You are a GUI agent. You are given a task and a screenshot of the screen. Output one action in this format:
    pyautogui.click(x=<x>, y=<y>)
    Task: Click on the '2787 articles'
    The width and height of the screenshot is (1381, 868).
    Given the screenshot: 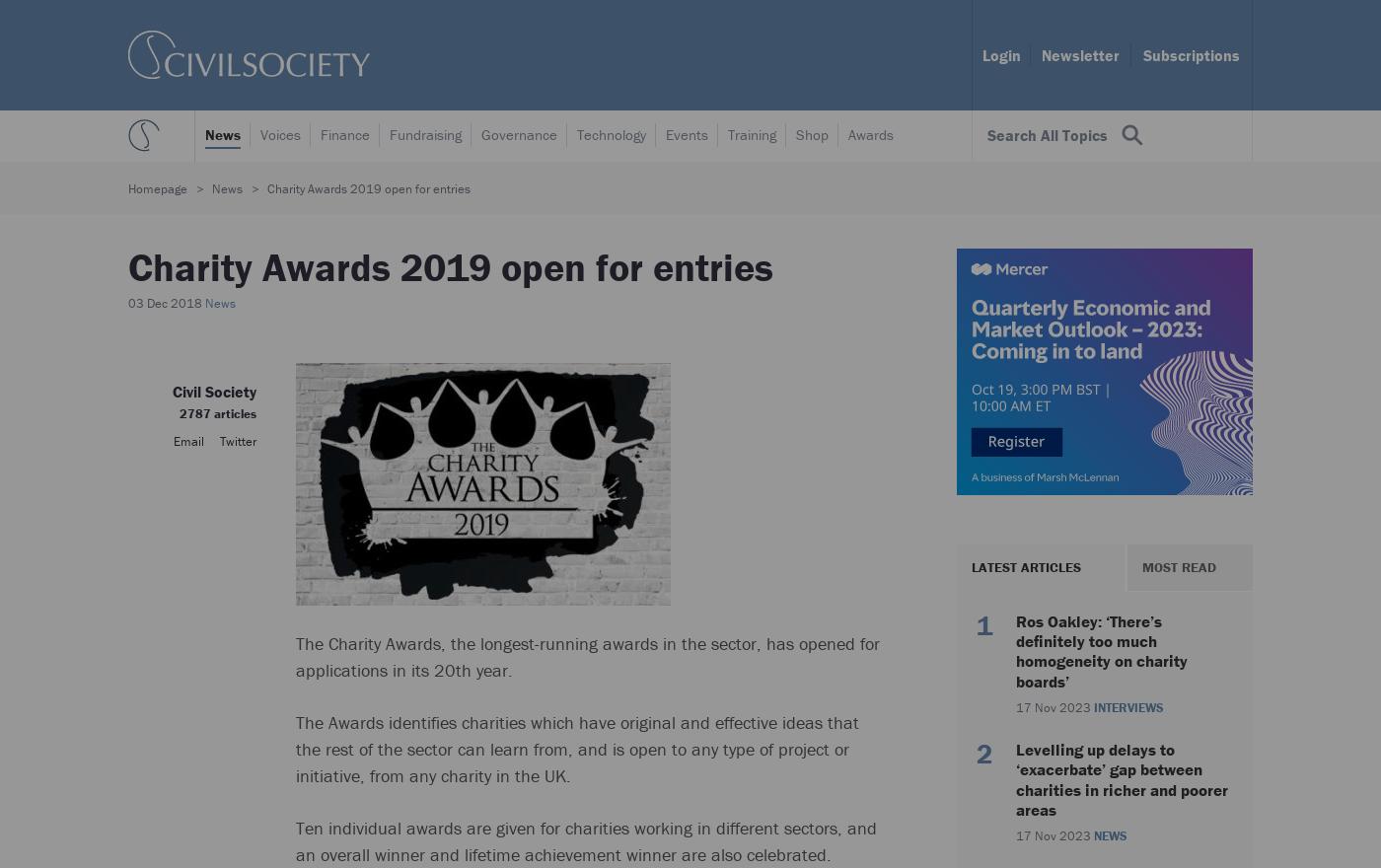 What is the action you would take?
    pyautogui.click(x=218, y=413)
    